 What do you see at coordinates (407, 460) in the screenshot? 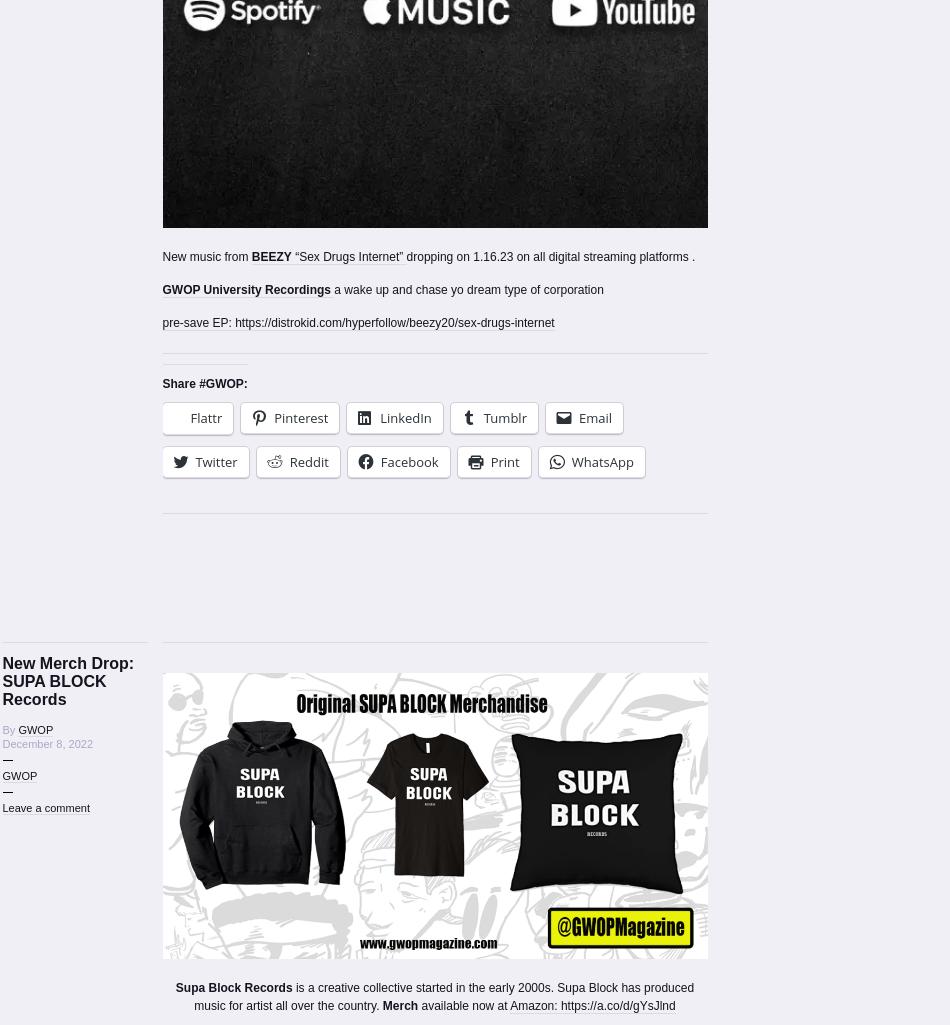
I see `'Facebook'` at bounding box center [407, 460].